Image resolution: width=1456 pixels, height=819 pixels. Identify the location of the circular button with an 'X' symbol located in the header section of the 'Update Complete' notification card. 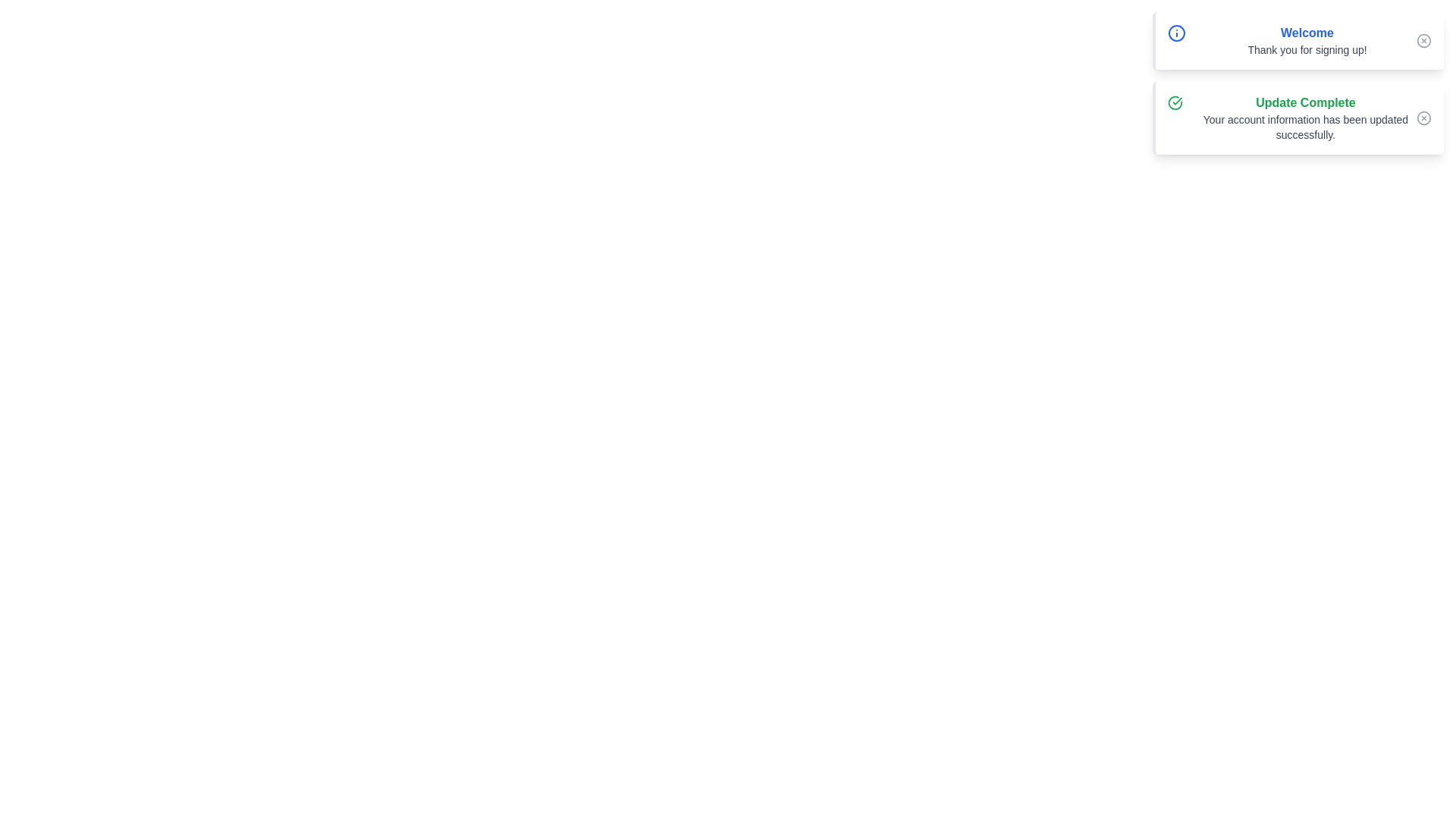
(1423, 117).